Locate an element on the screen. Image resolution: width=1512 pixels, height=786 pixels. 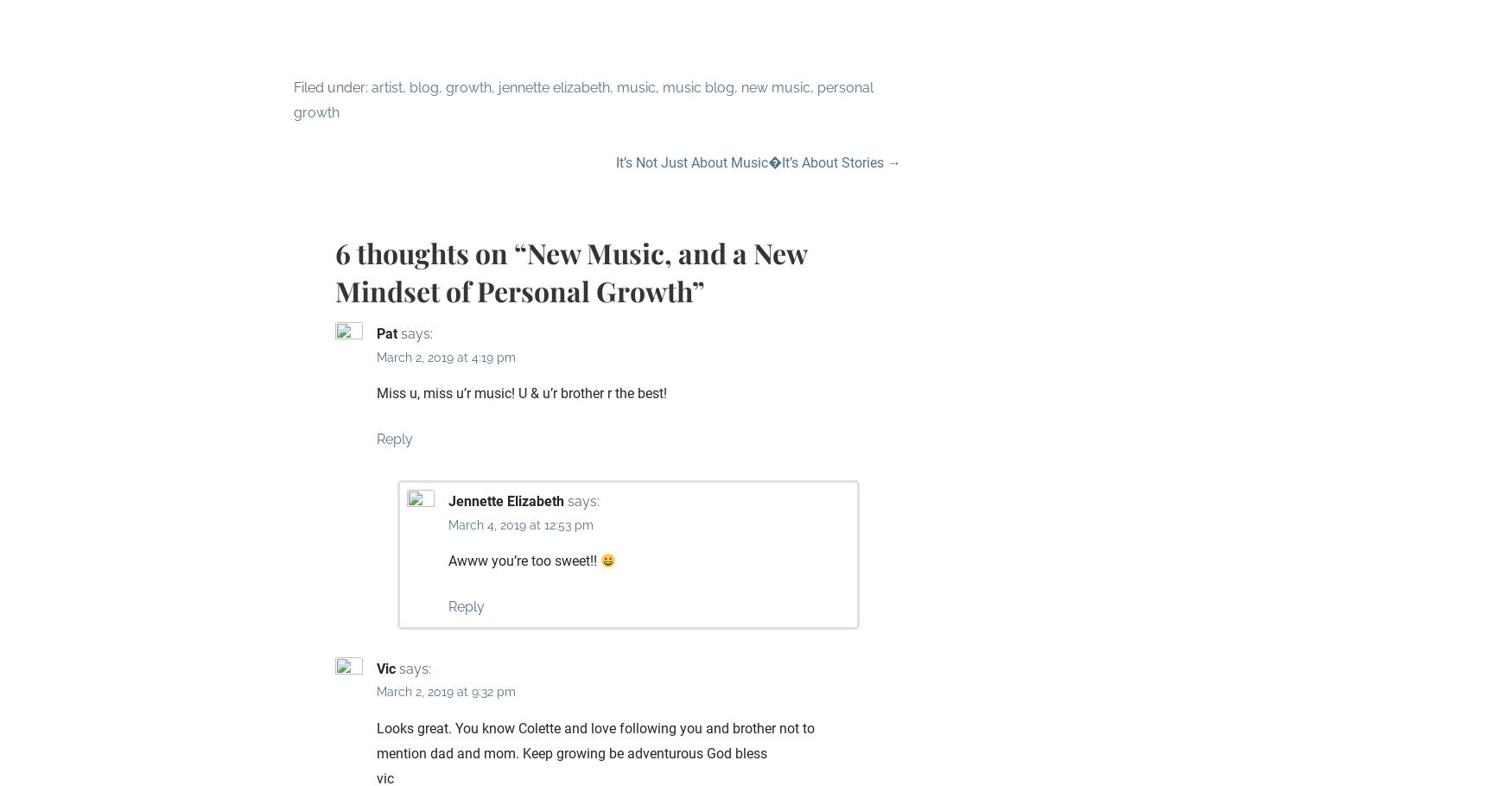
'“New Music, and a New Mindset of Personal Growth”' is located at coordinates (569, 271).